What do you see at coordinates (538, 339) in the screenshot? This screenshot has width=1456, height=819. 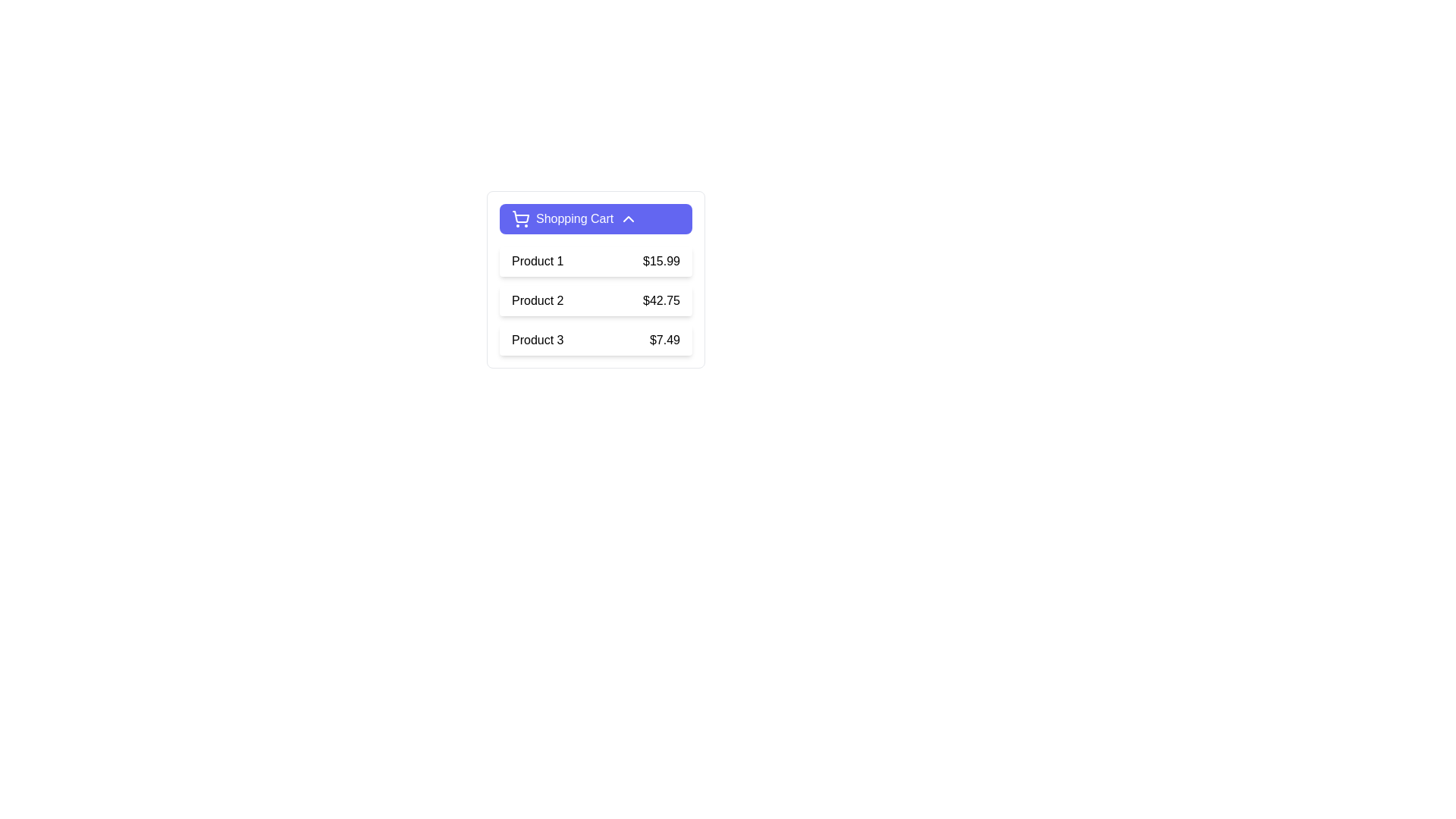 I see `the text label displaying 'Product 3', which is styled in black and positioned within a list of product items, located to the left of the price '$7.49'` at bounding box center [538, 339].